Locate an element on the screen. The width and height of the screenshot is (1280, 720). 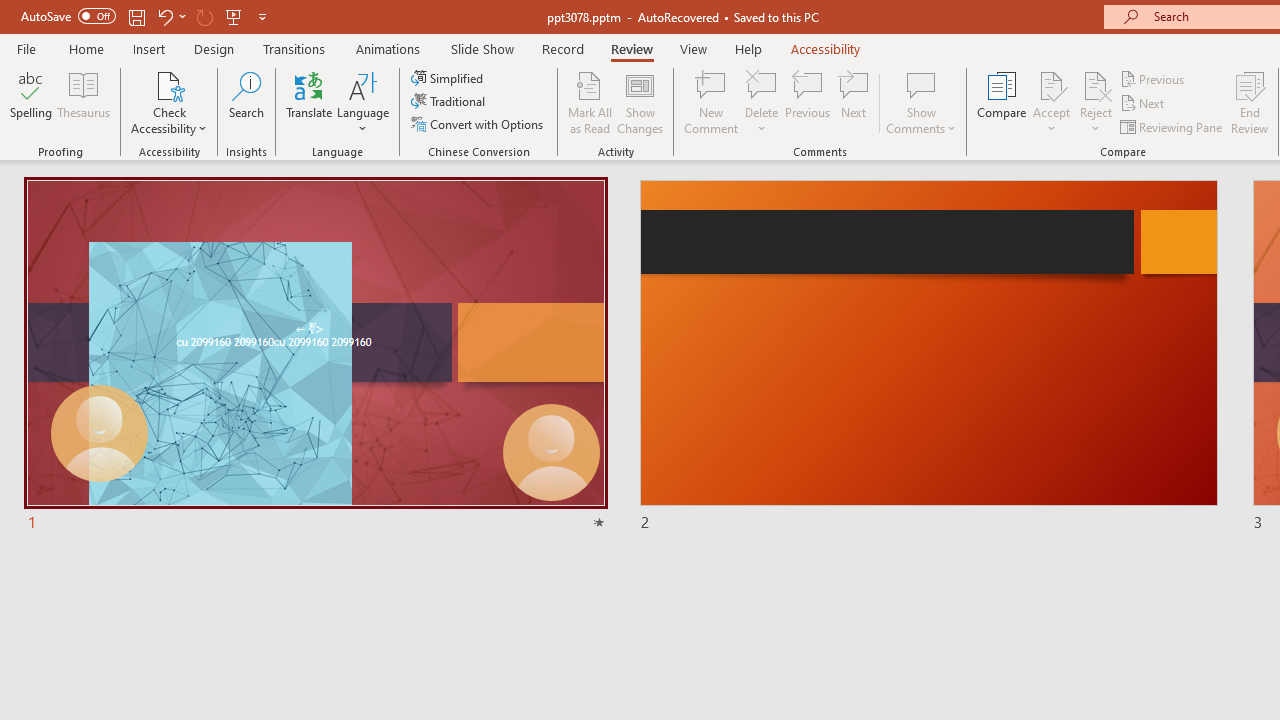
'File Tab' is located at coordinates (26, 47).